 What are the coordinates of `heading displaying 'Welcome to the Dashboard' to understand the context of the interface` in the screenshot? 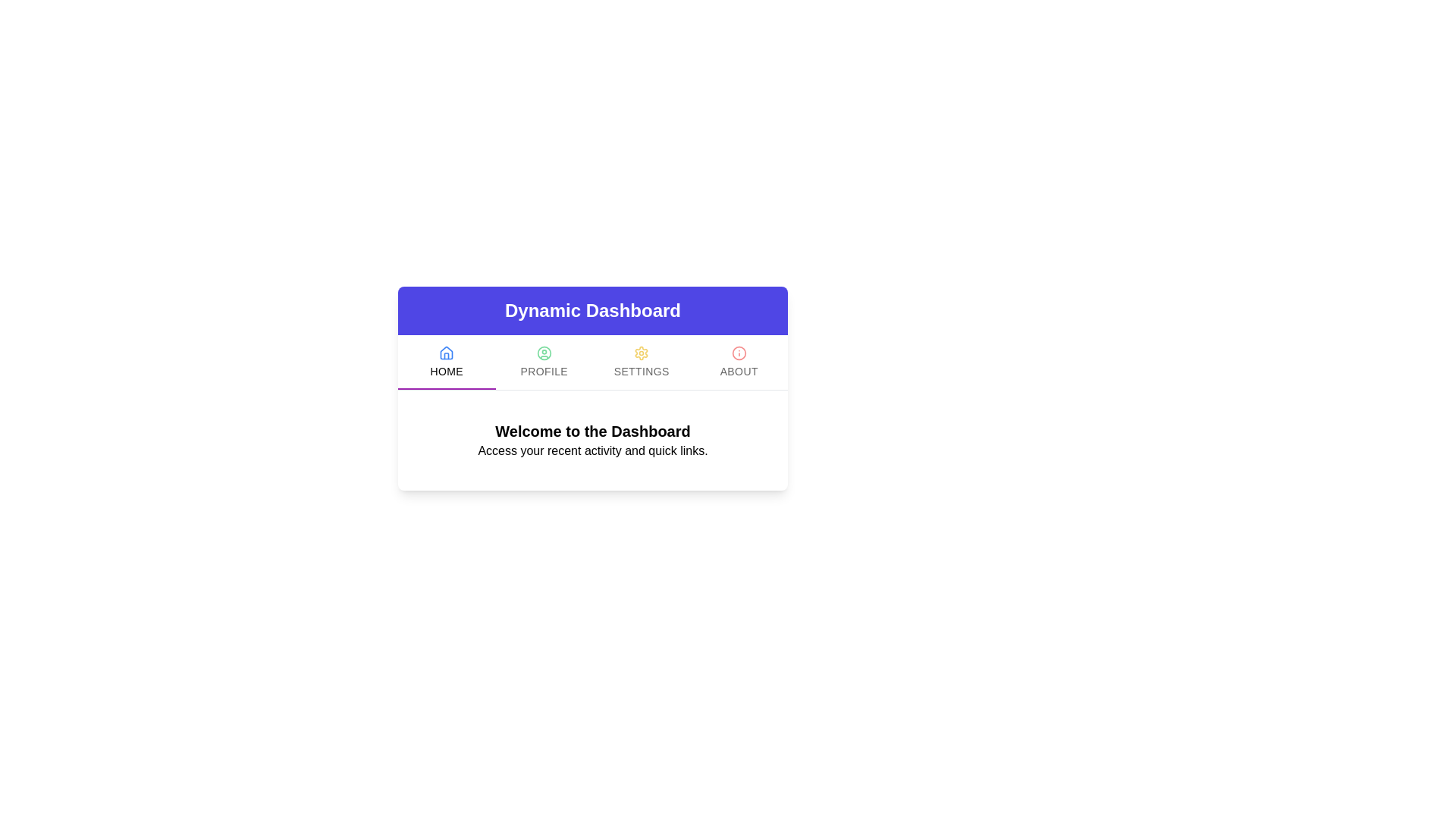 It's located at (592, 431).